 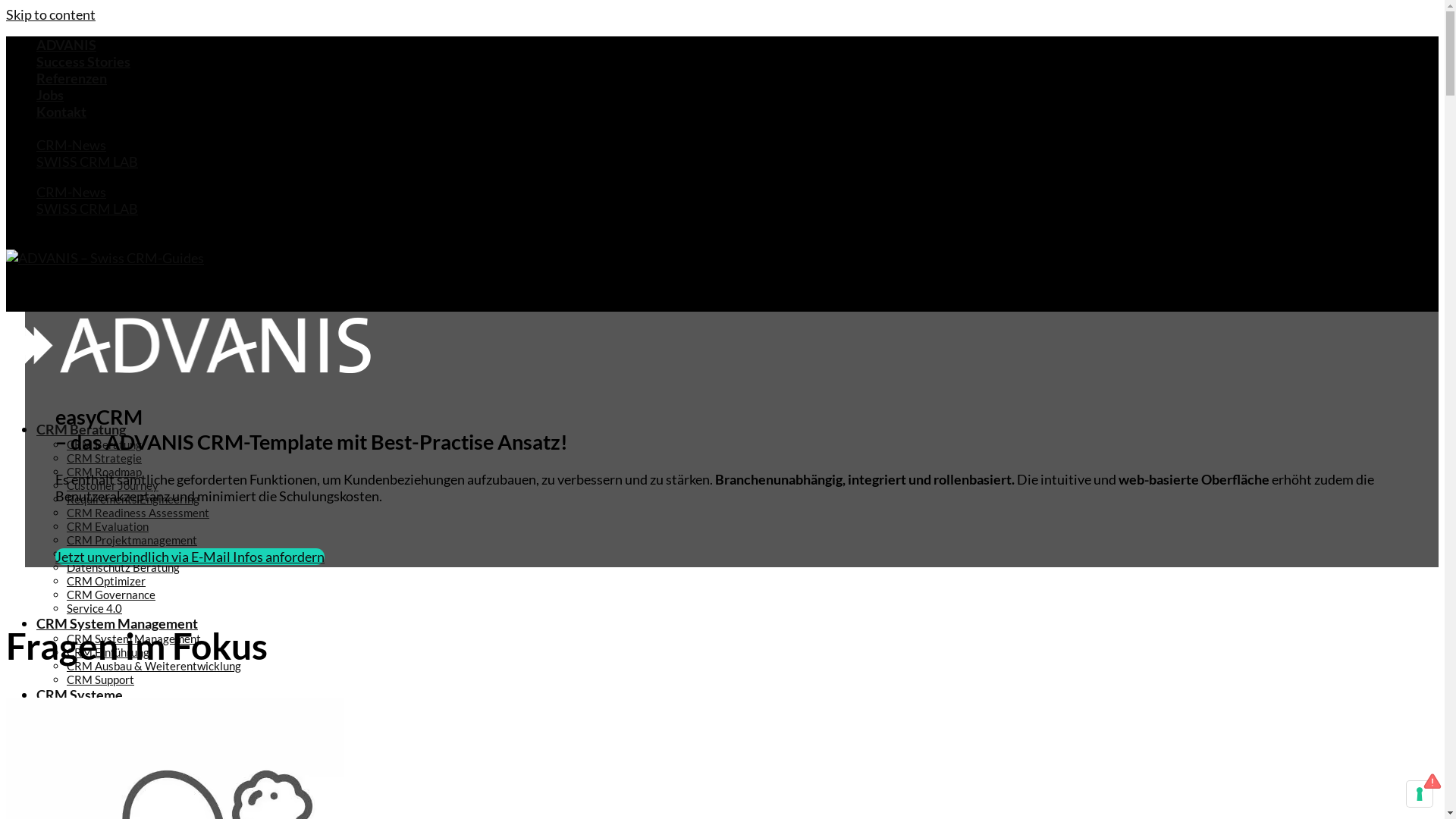 What do you see at coordinates (71, 145) in the screenshot?
I see `'CRM-News'` at bounding box center [71, 145].